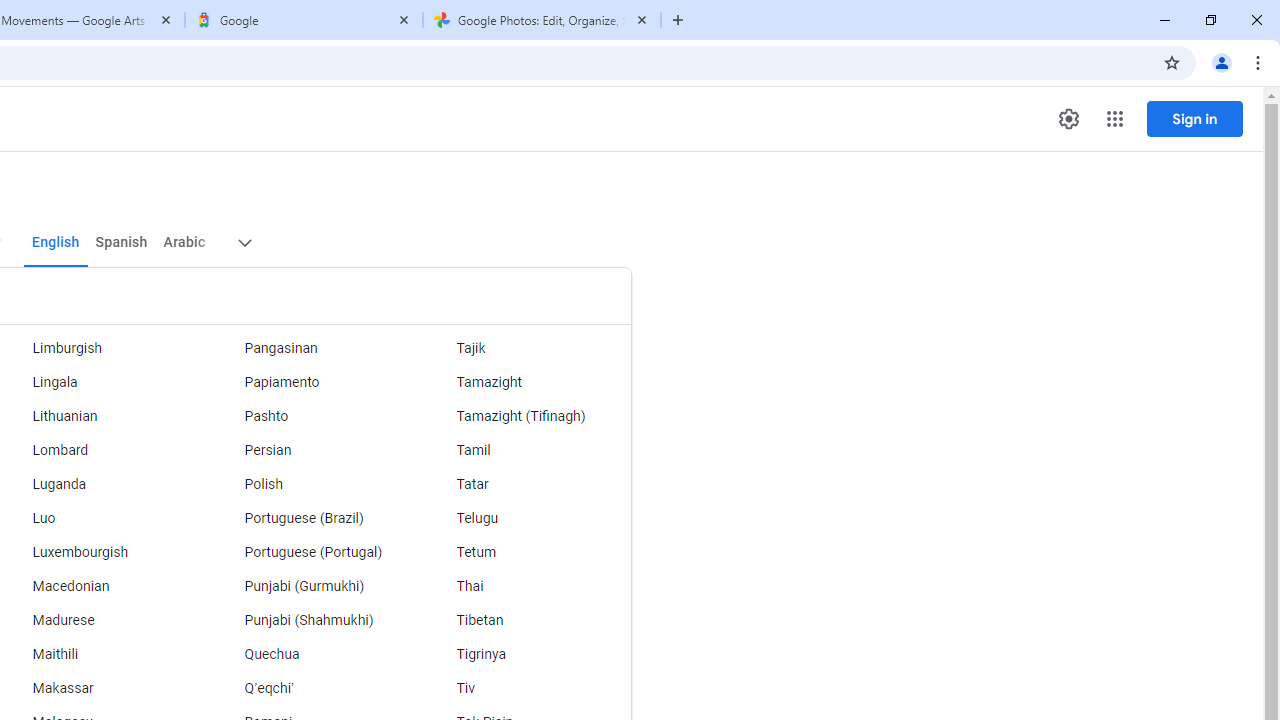  I want to click on 'Pangasinan', so click(311, 347).